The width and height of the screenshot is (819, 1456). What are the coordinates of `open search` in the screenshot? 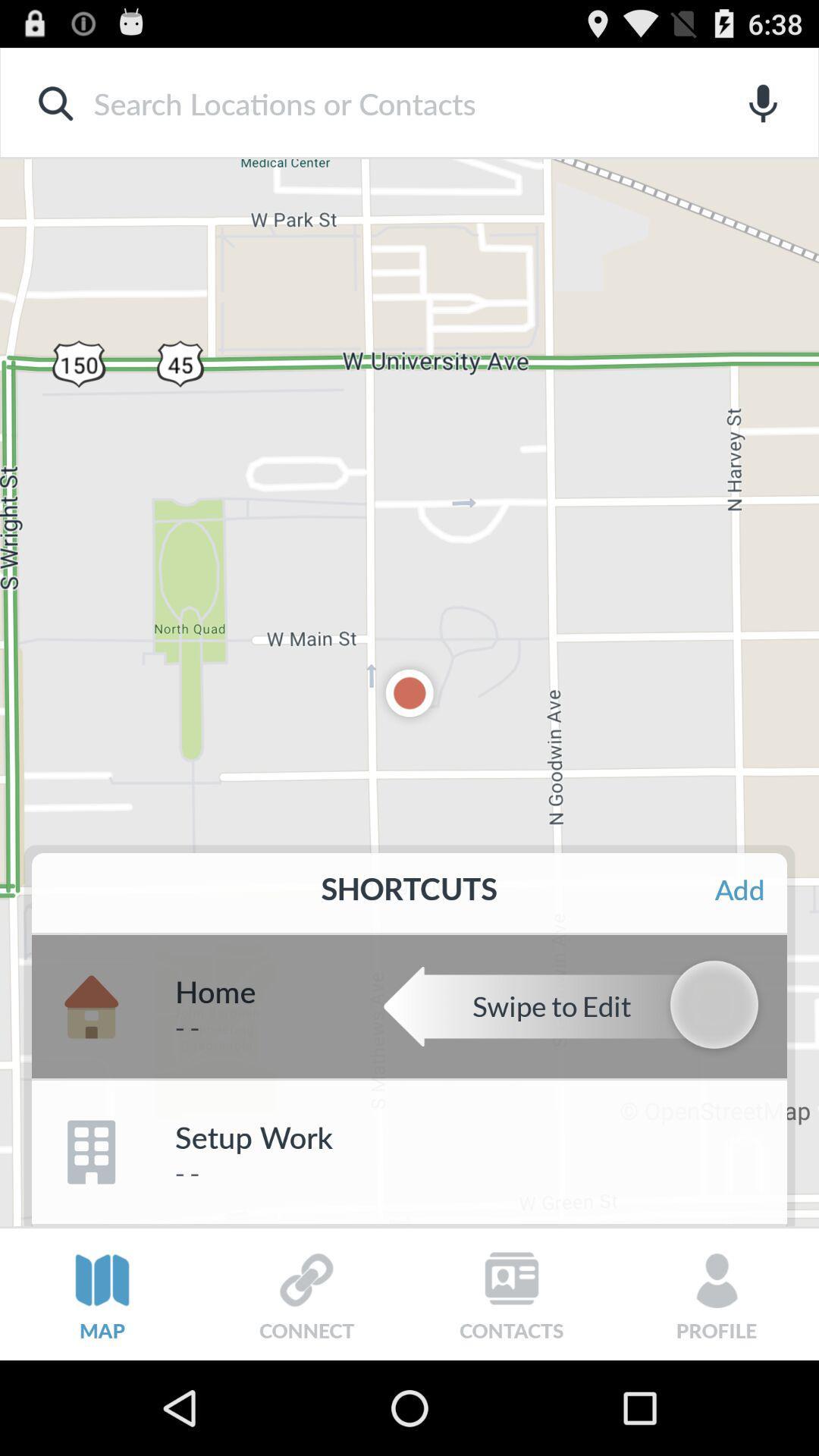 It's located at (384, 102).